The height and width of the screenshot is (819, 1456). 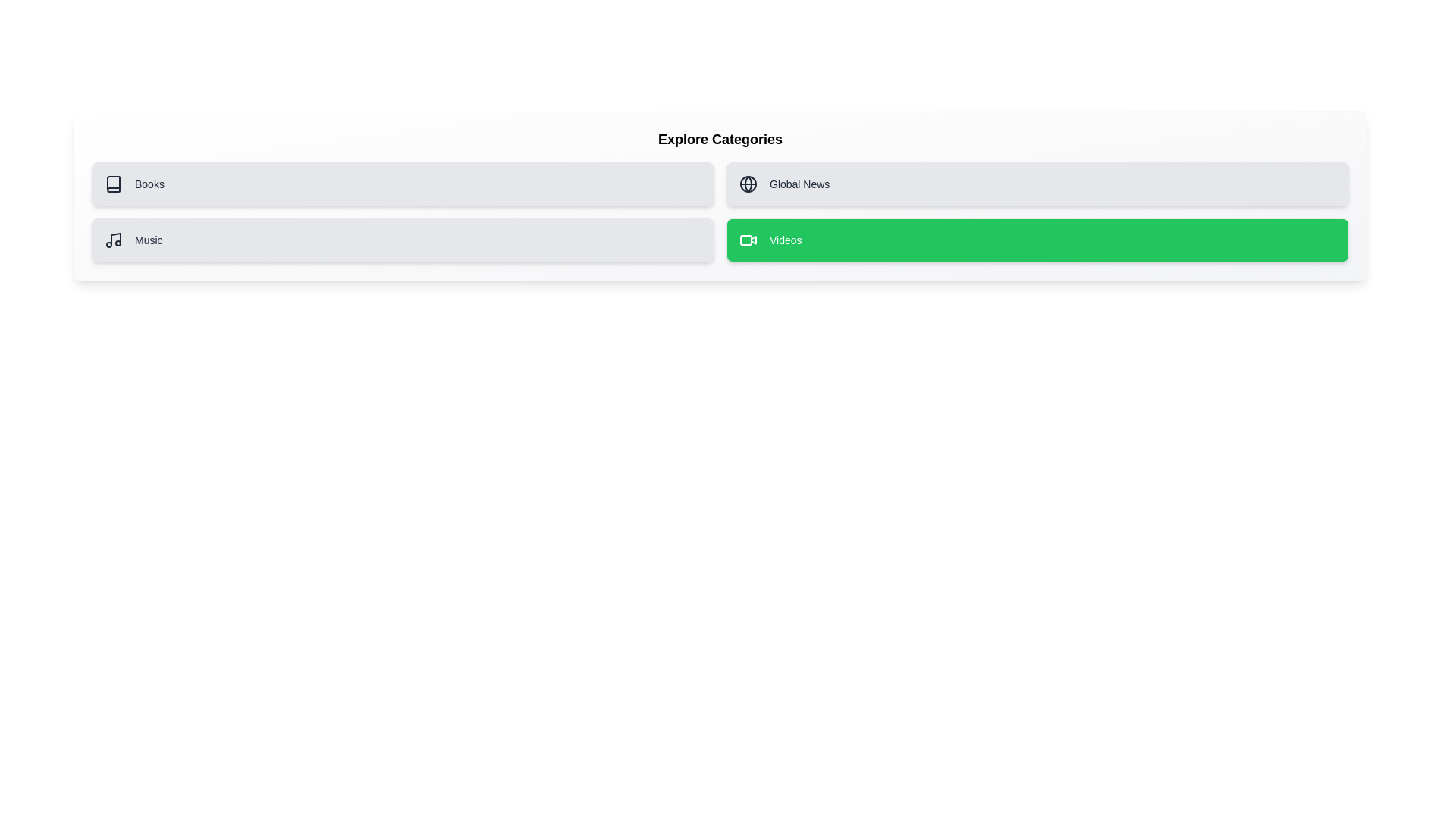 I want to click on the card labeled Global News, so click(x=1037, y=184).